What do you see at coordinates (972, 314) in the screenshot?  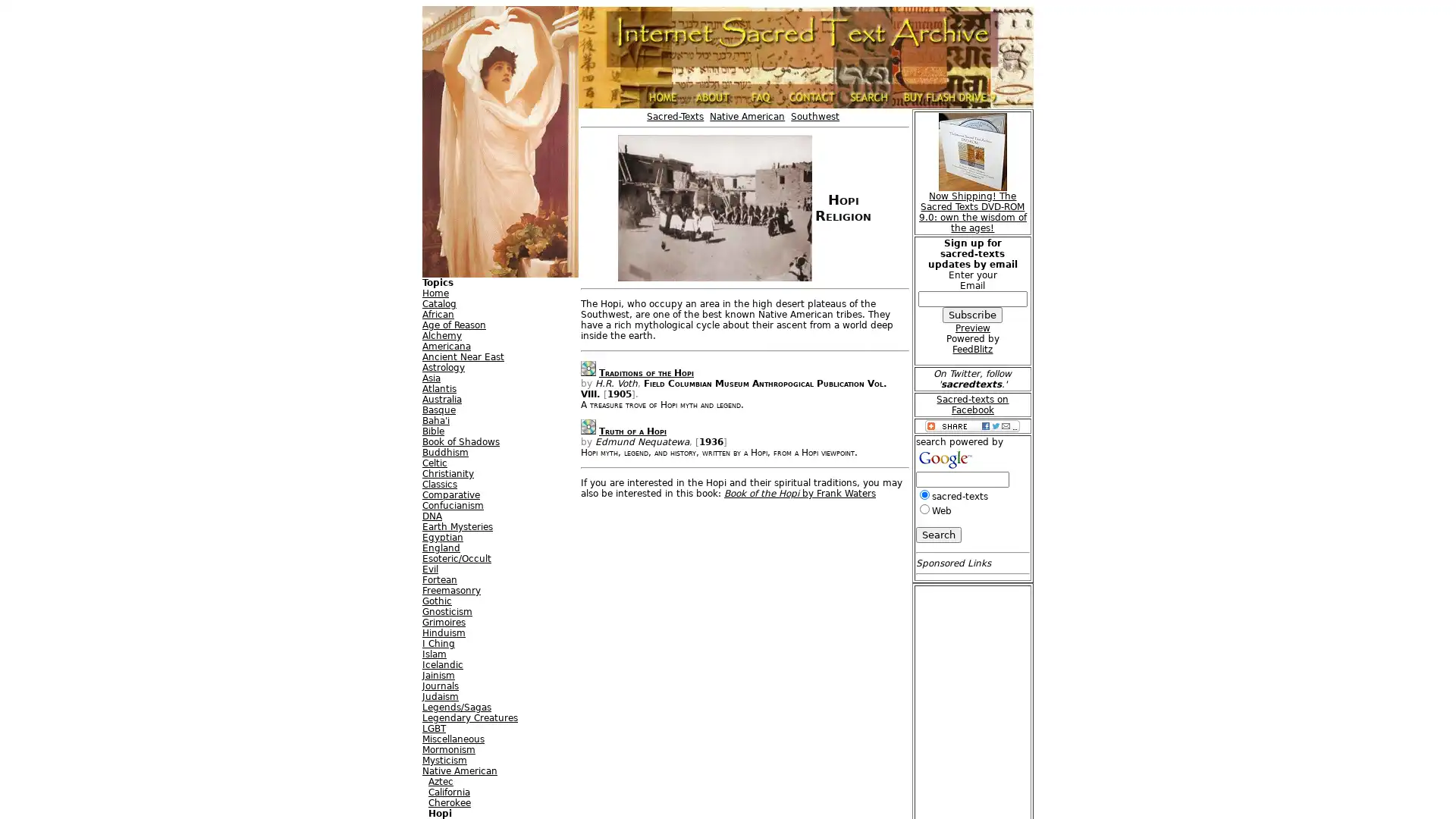 I see `Subscribe` at bounding box center [972, 314].